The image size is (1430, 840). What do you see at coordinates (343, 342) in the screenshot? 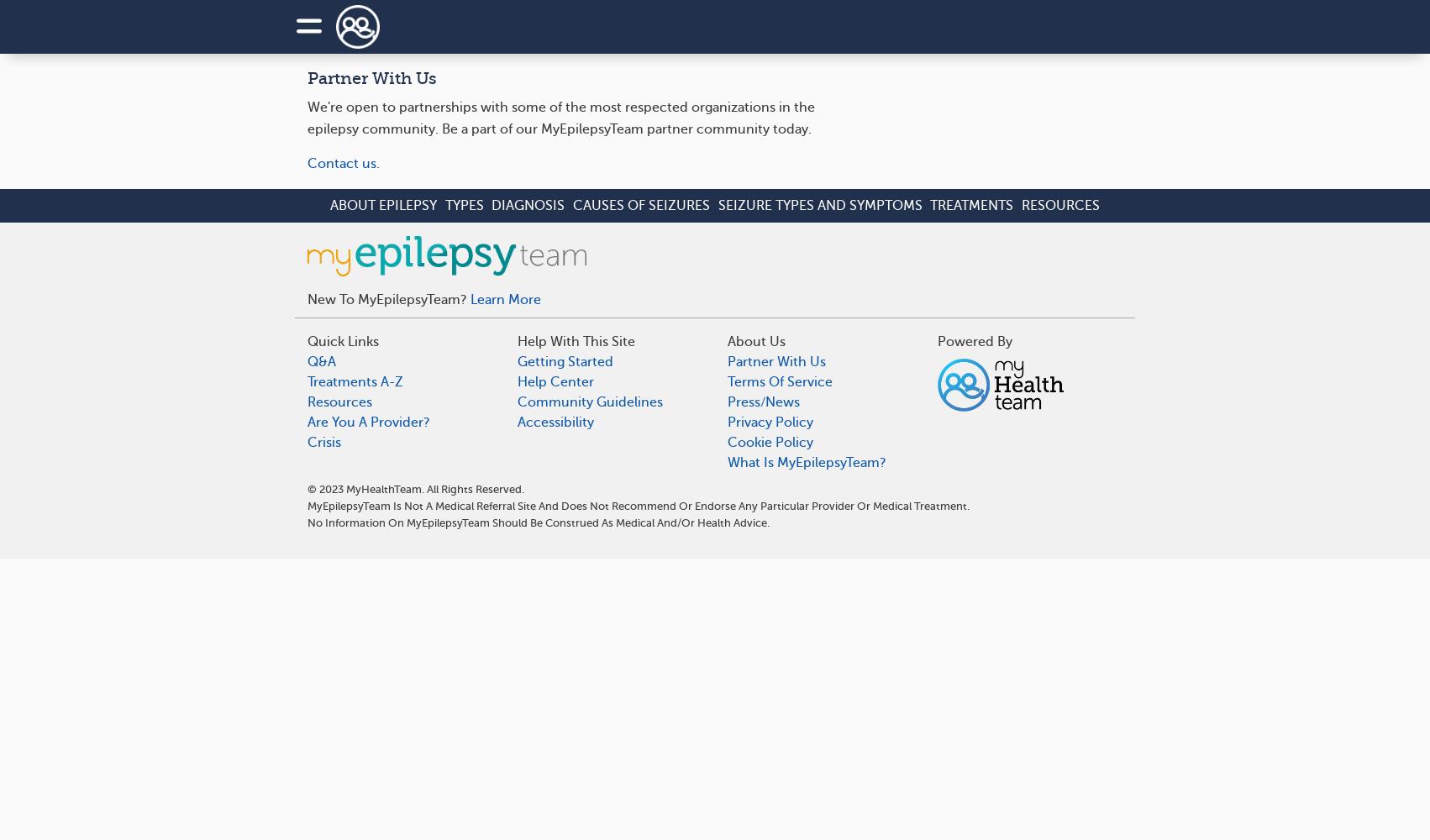
I see `'Quick Links'` at bounding box center [343, 342].